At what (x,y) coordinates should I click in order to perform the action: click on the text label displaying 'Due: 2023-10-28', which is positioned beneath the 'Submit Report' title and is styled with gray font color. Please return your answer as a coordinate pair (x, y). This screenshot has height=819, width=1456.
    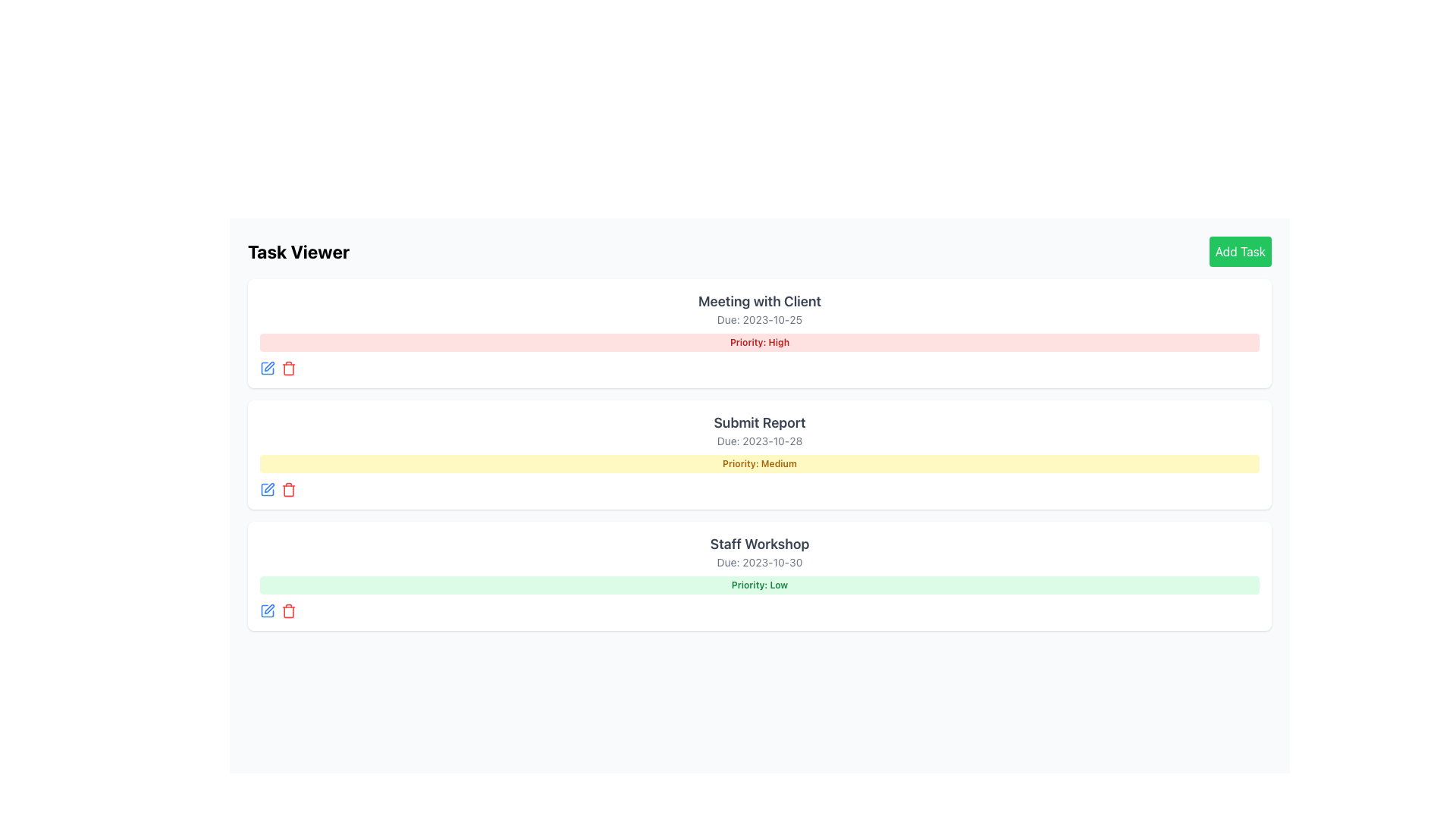
    Looking at the image, I should click on (760, 441).